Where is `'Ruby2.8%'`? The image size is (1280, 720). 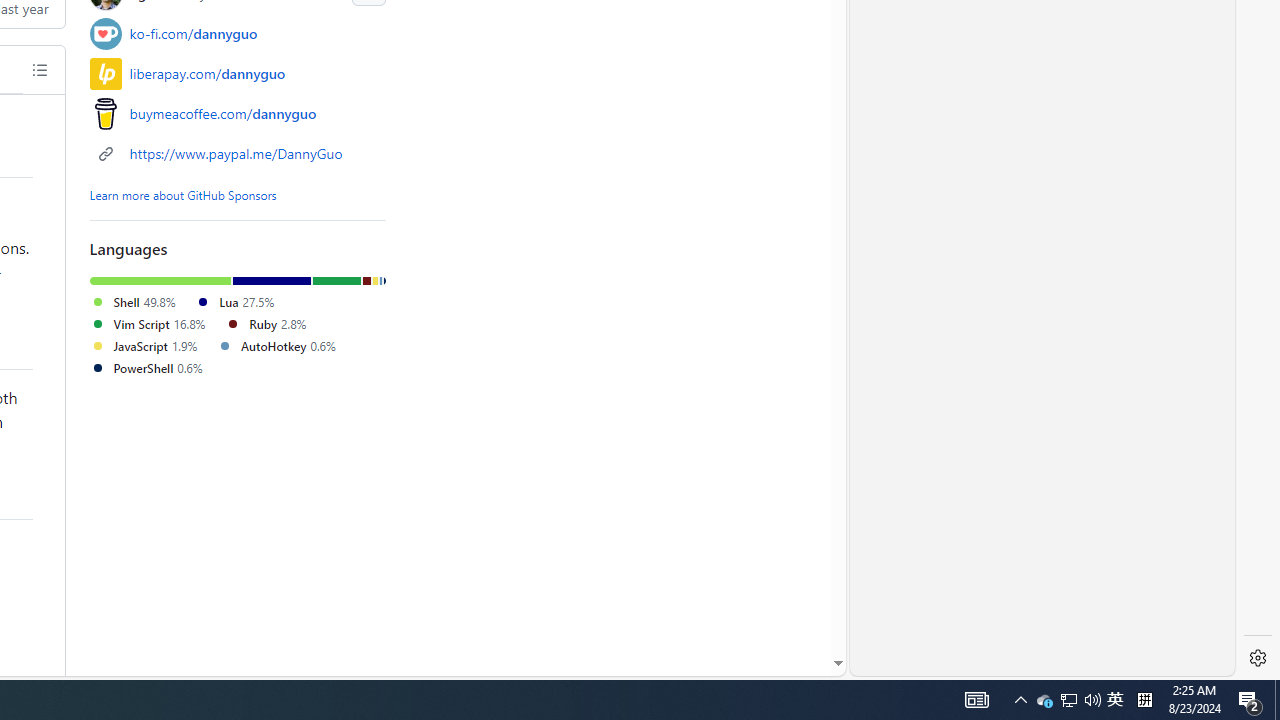
'Ruby2.8%' is located at coordinates (272, 324).